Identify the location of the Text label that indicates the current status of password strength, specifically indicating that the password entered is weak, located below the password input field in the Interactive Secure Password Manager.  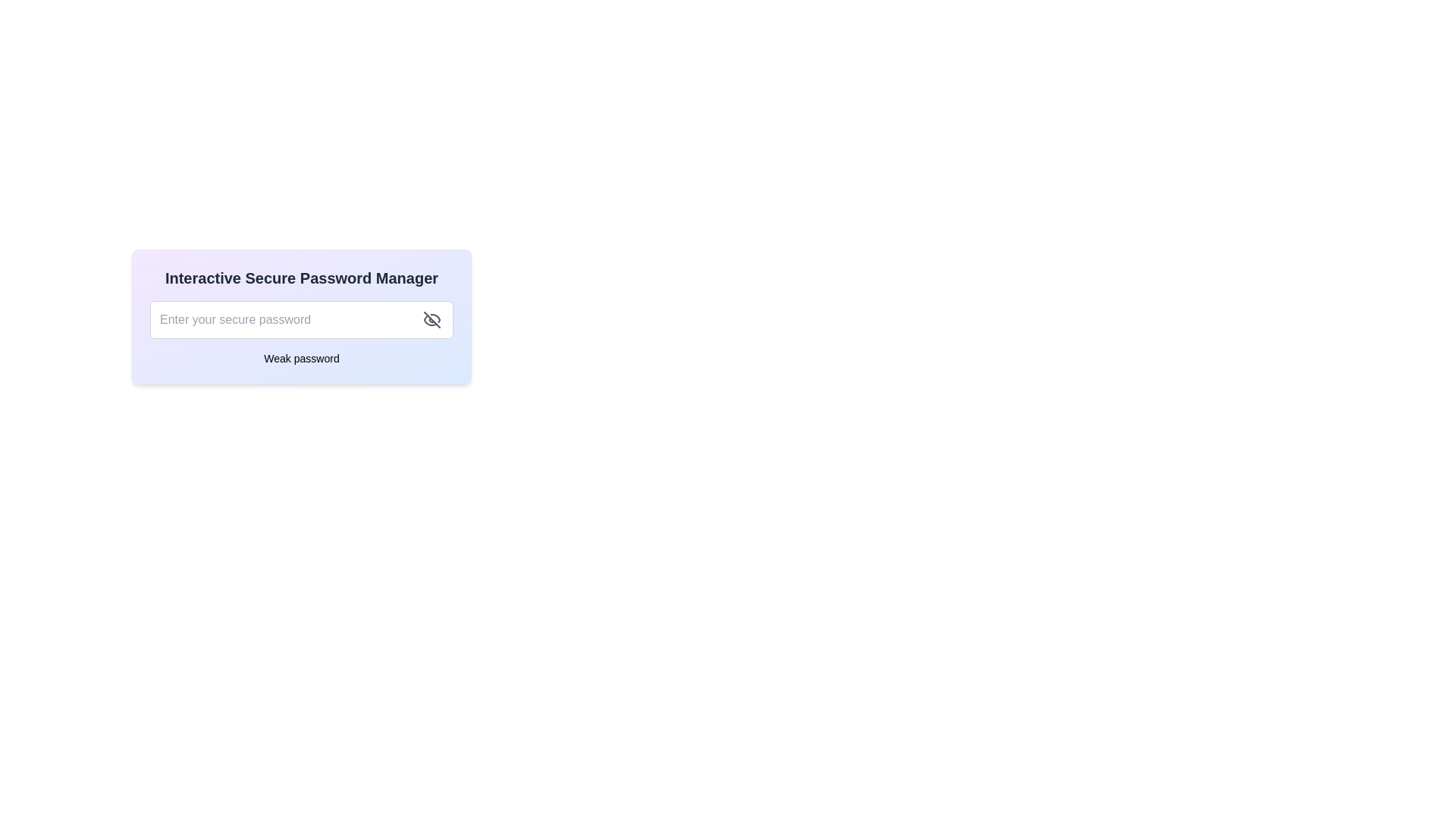
(302, 359).